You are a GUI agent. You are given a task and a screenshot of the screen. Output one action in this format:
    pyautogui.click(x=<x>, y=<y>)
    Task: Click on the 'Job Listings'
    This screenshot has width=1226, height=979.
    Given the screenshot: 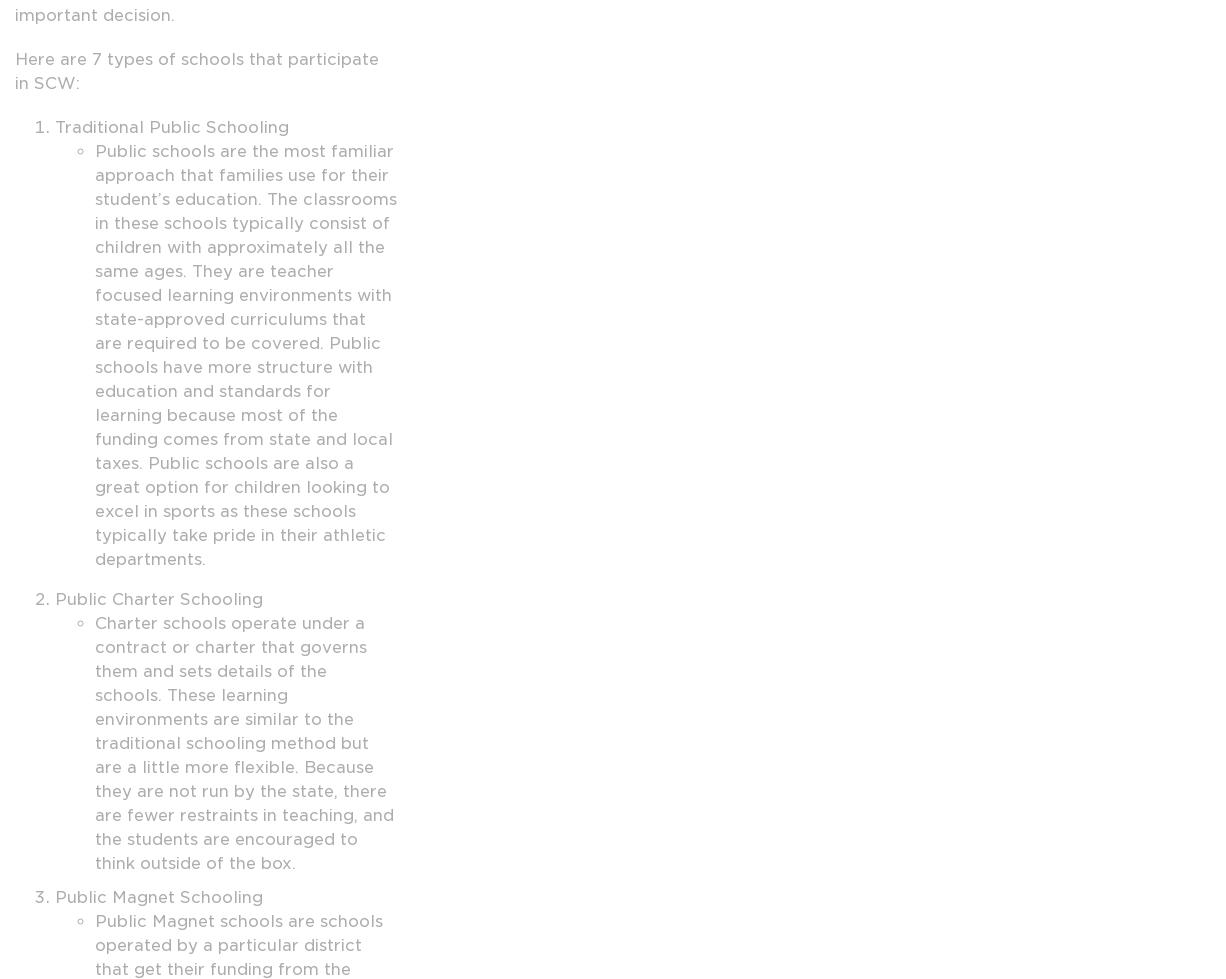 What is the action you would take?
    pyautogui.click(x=280, y=681)
    